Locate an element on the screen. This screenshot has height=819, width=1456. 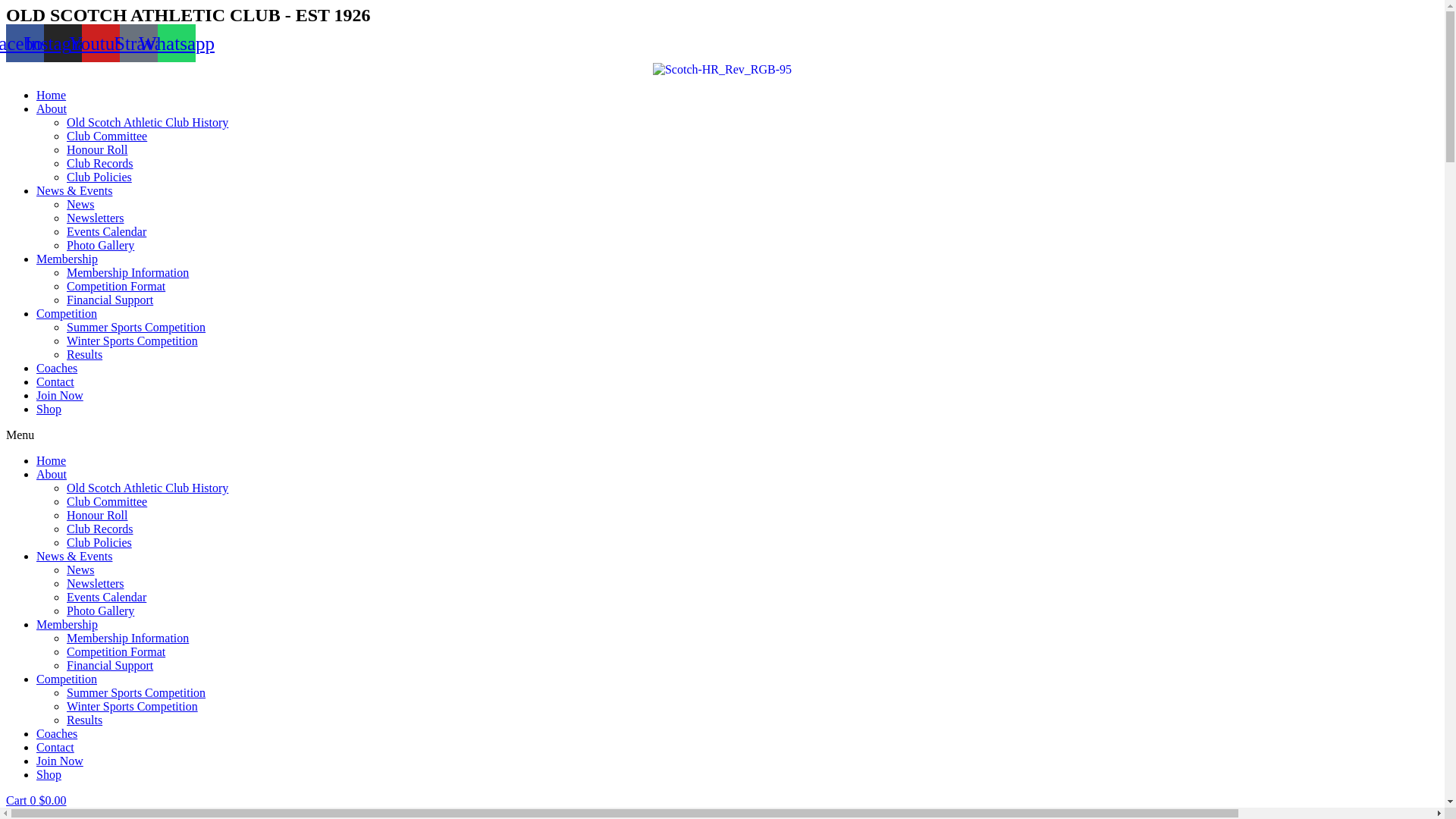
'Instagram' is located at coordinates (61, 42).